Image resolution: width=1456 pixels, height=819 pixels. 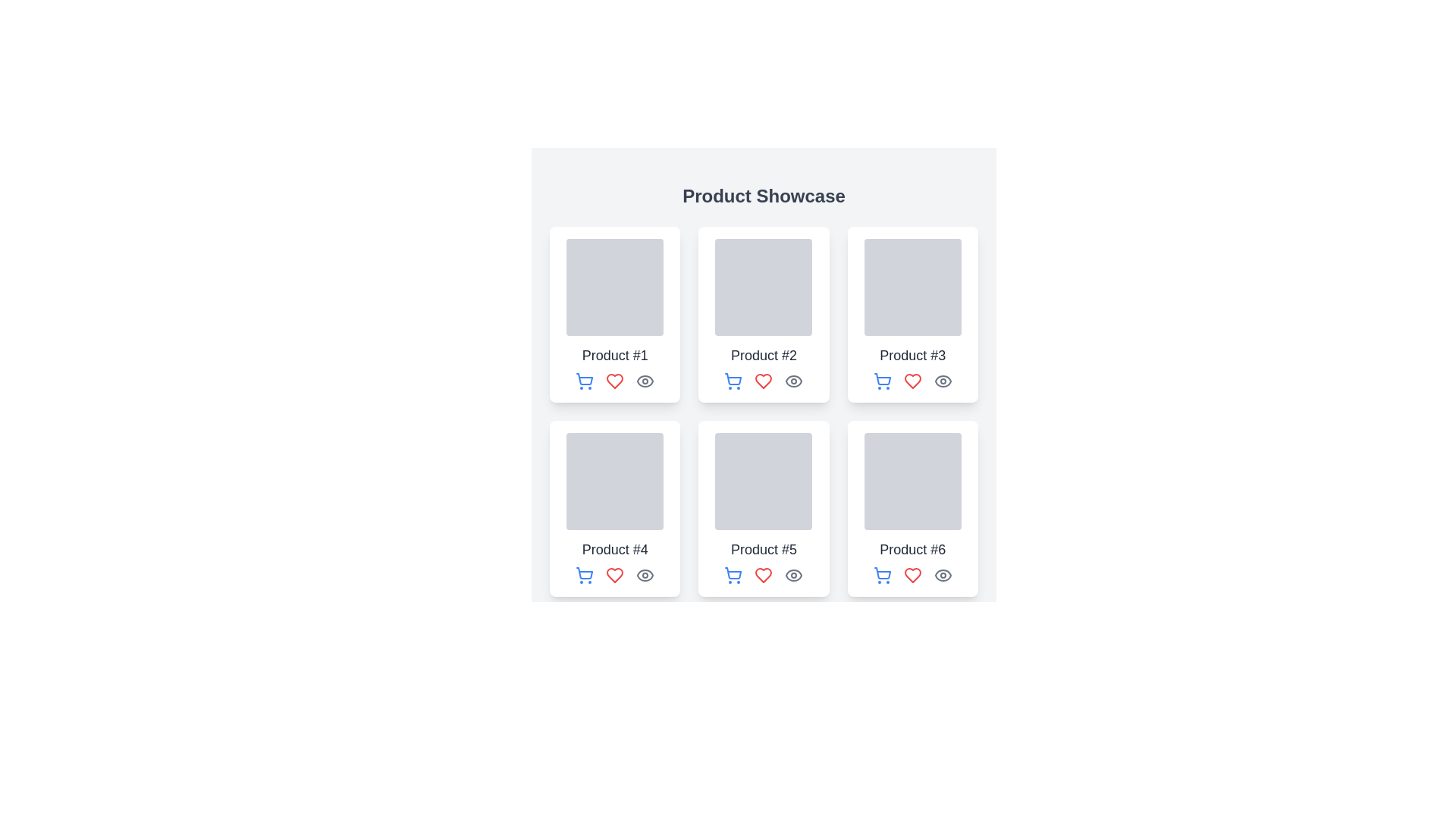 What do you see at coordinates (912, 380) in the screenshot?
I see `the red heart icon button, which is the second icon in the horizontal set under 'Product #3'` at bounding box center [912, 380].